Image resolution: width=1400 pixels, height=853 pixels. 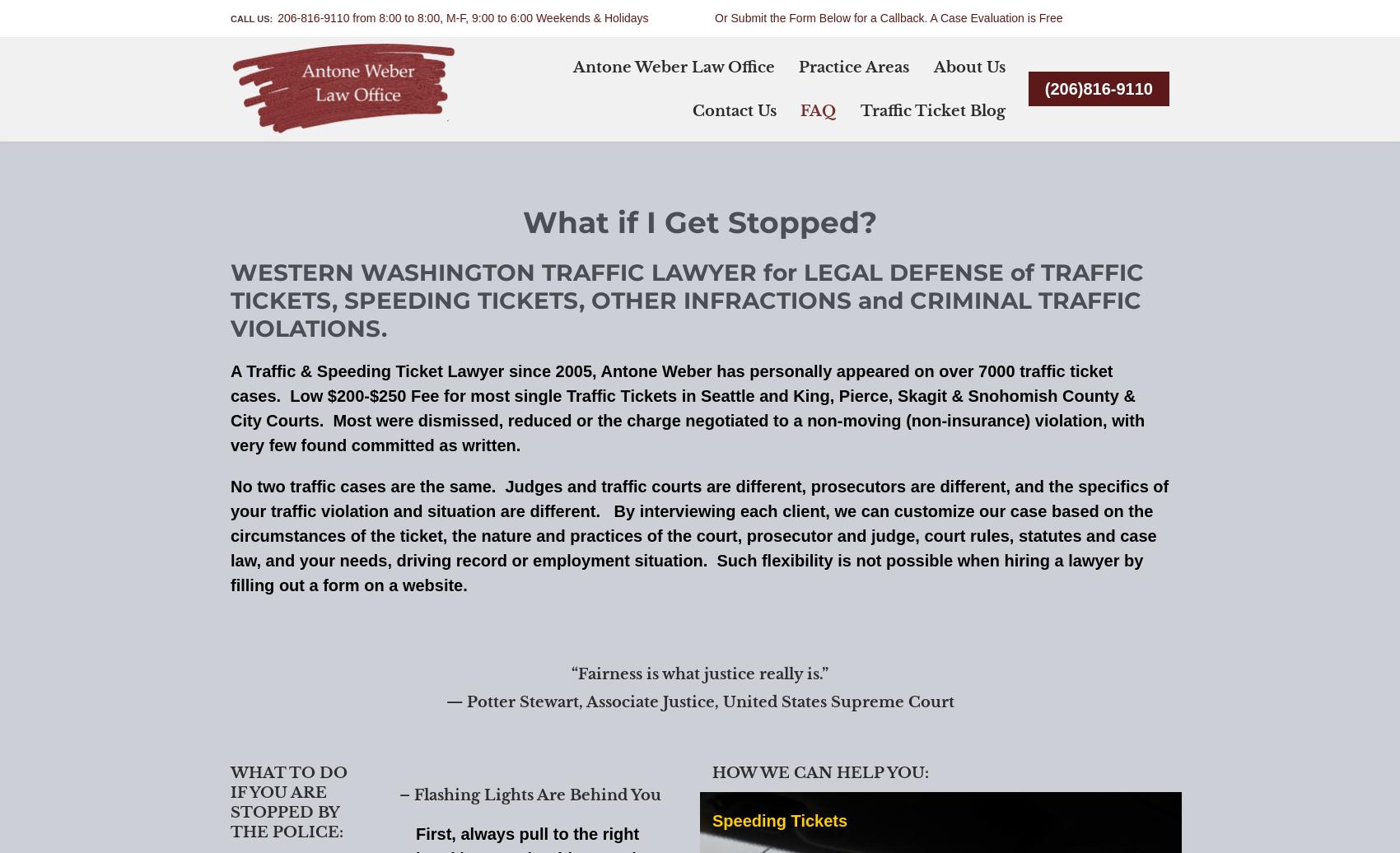 What do you see at coordinates (968, 67) in the screenshot?
I see `'About Us'` at bounding box center [968, 67].